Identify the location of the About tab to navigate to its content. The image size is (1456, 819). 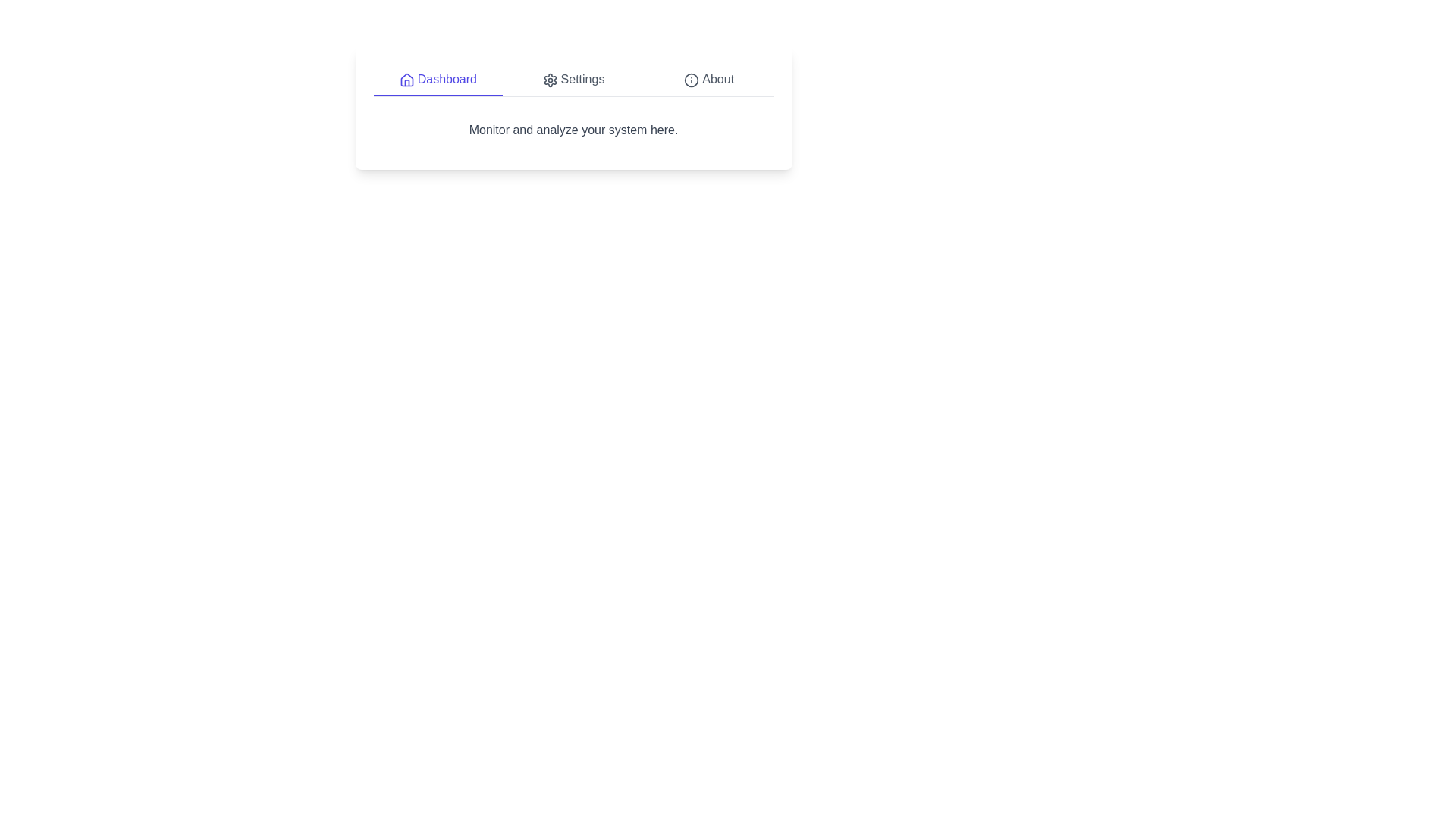
(708, 80).